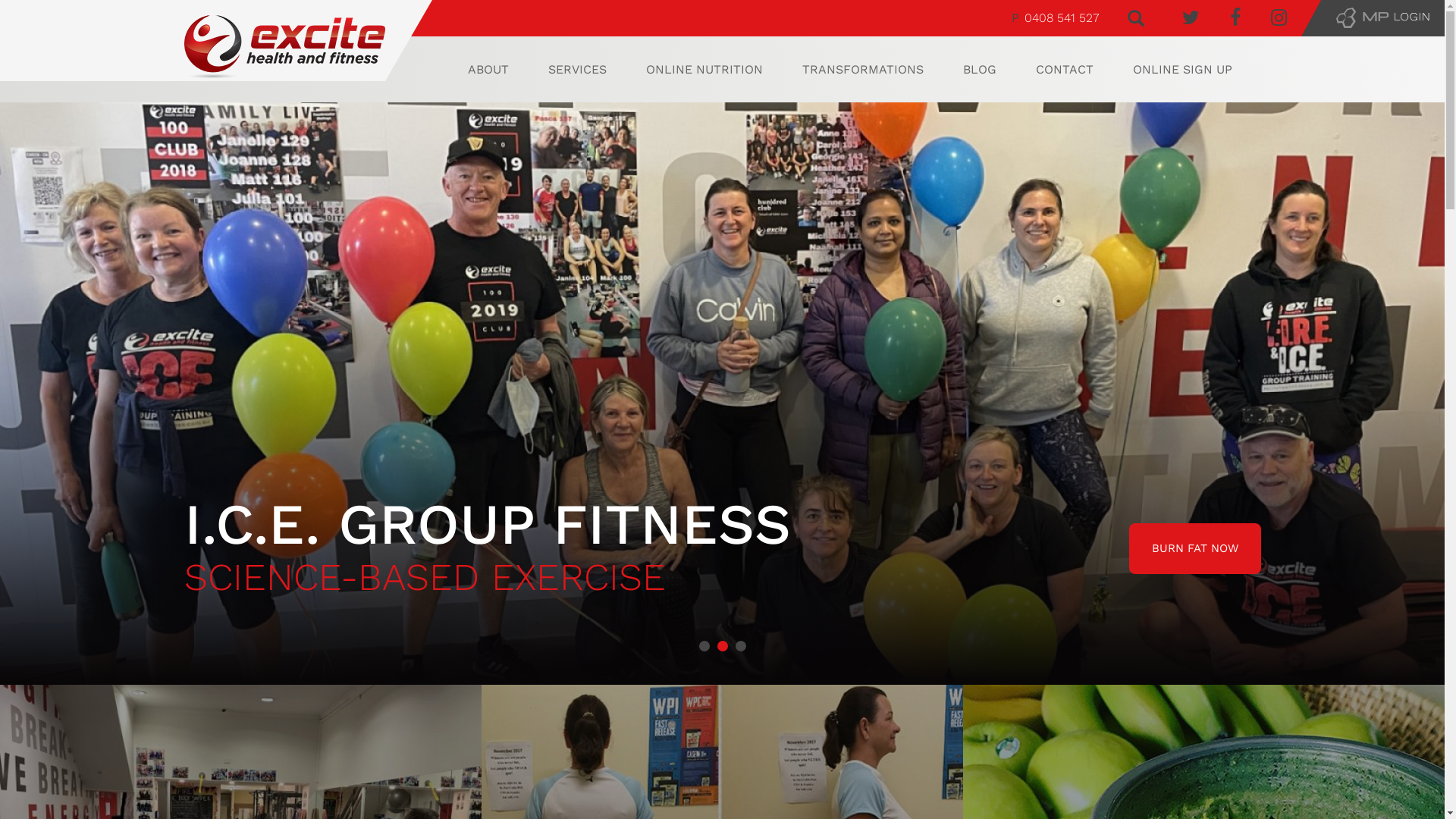 The height and width of the screenshot is (819, 1456). I want to click on 'Stop', so click(1436, 691).